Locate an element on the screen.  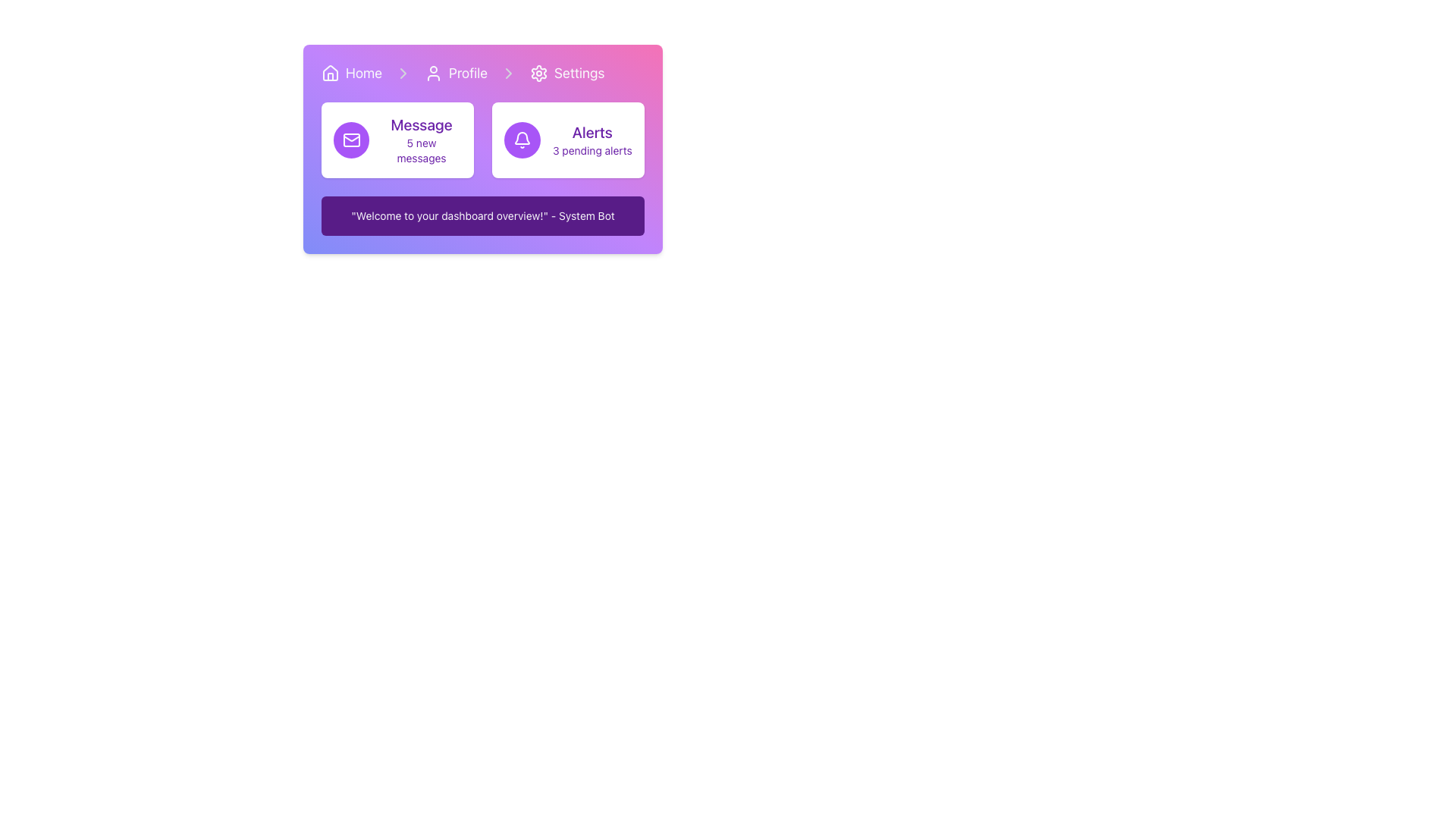
the 'Message' text label, which is a prominently styled label in purple font located at the top left of a card structure is located at coordinates (422, 124).